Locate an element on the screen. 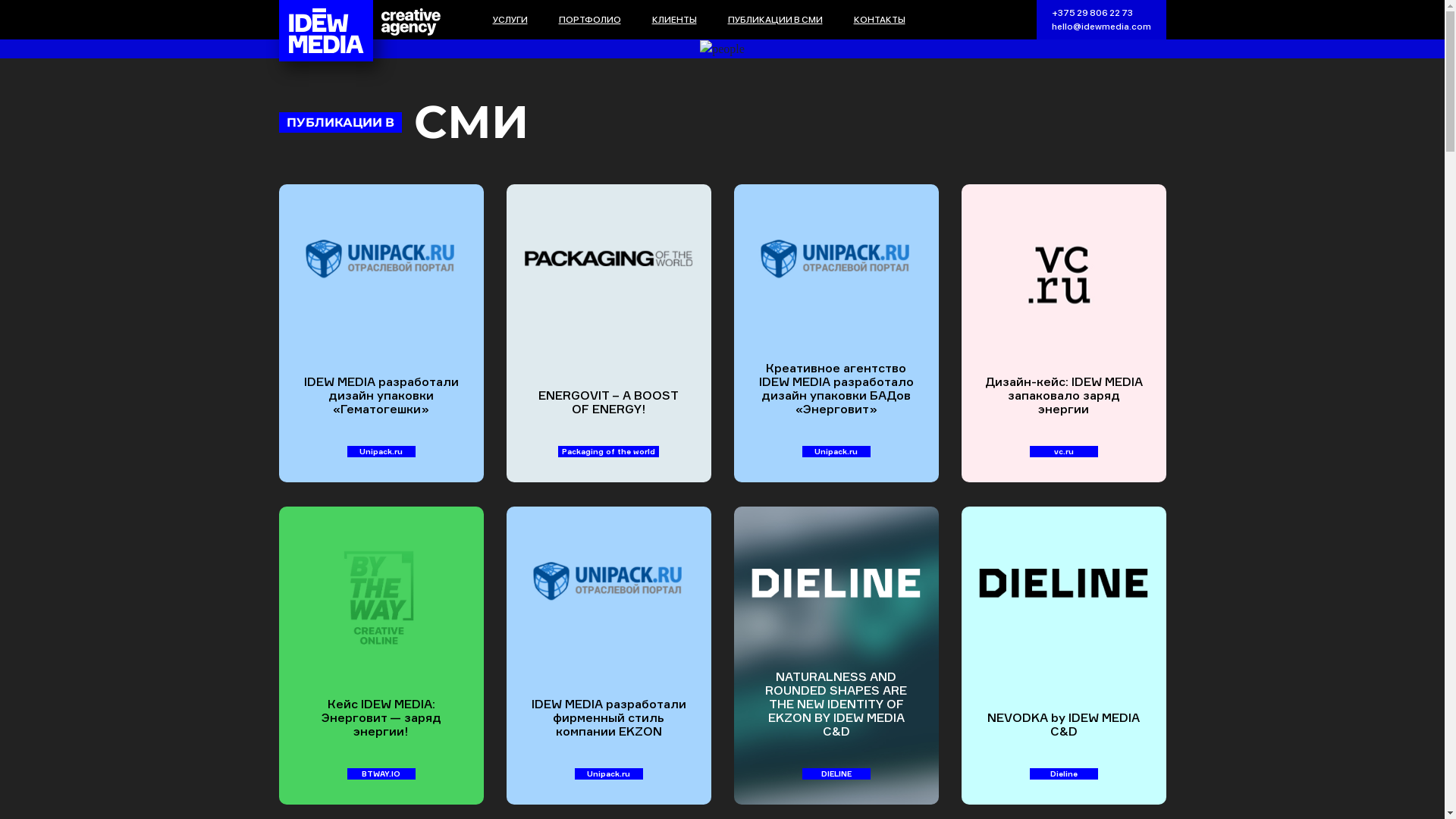 This screenshot has height=819, width=1456. 'NEVODKA by IDEW MEDIA C&D is located at coordinates (960, 654).